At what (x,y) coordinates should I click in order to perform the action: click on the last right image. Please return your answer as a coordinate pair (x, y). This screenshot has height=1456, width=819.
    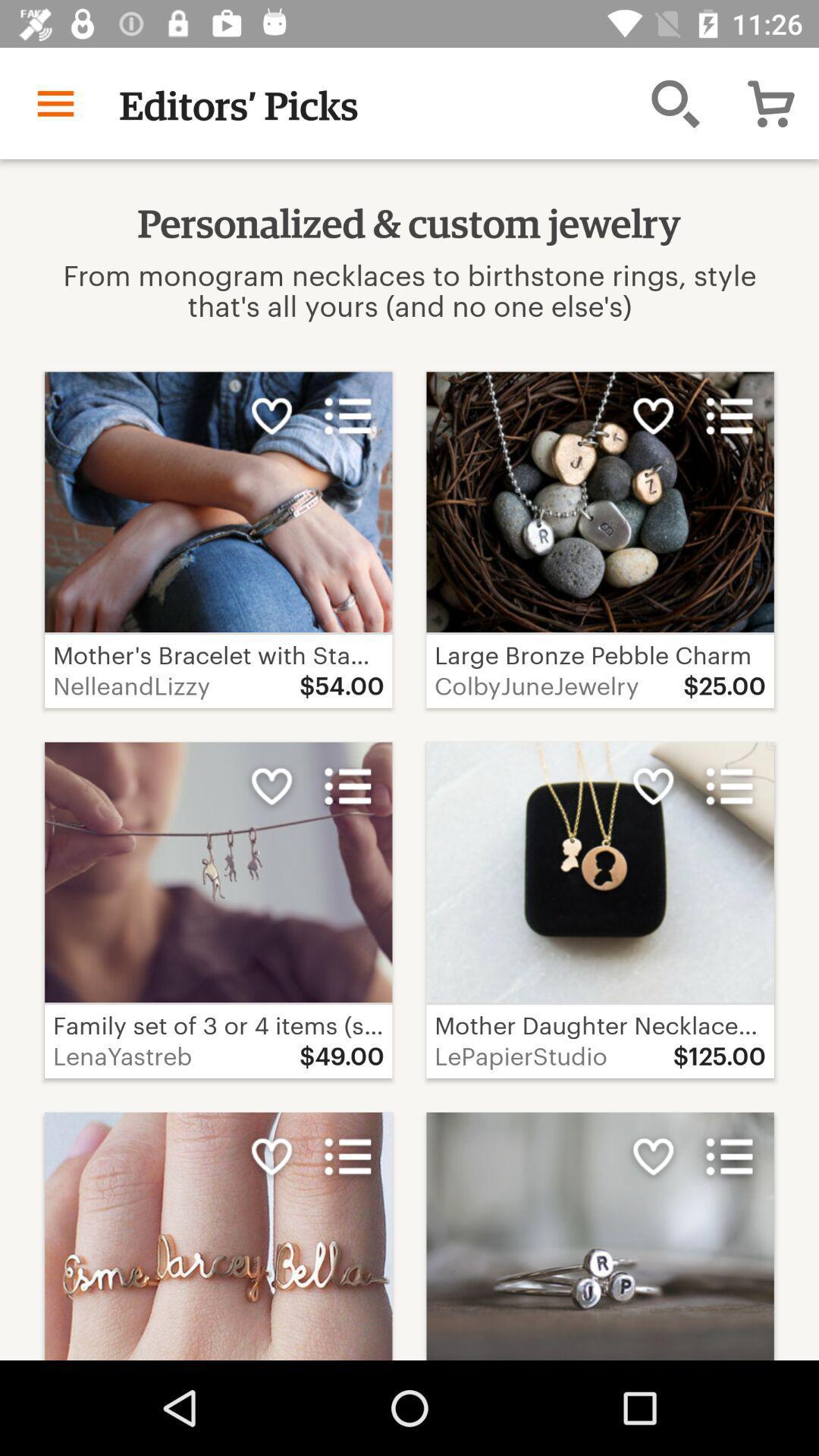
    Looking at the image, I should click on (218, 1236).